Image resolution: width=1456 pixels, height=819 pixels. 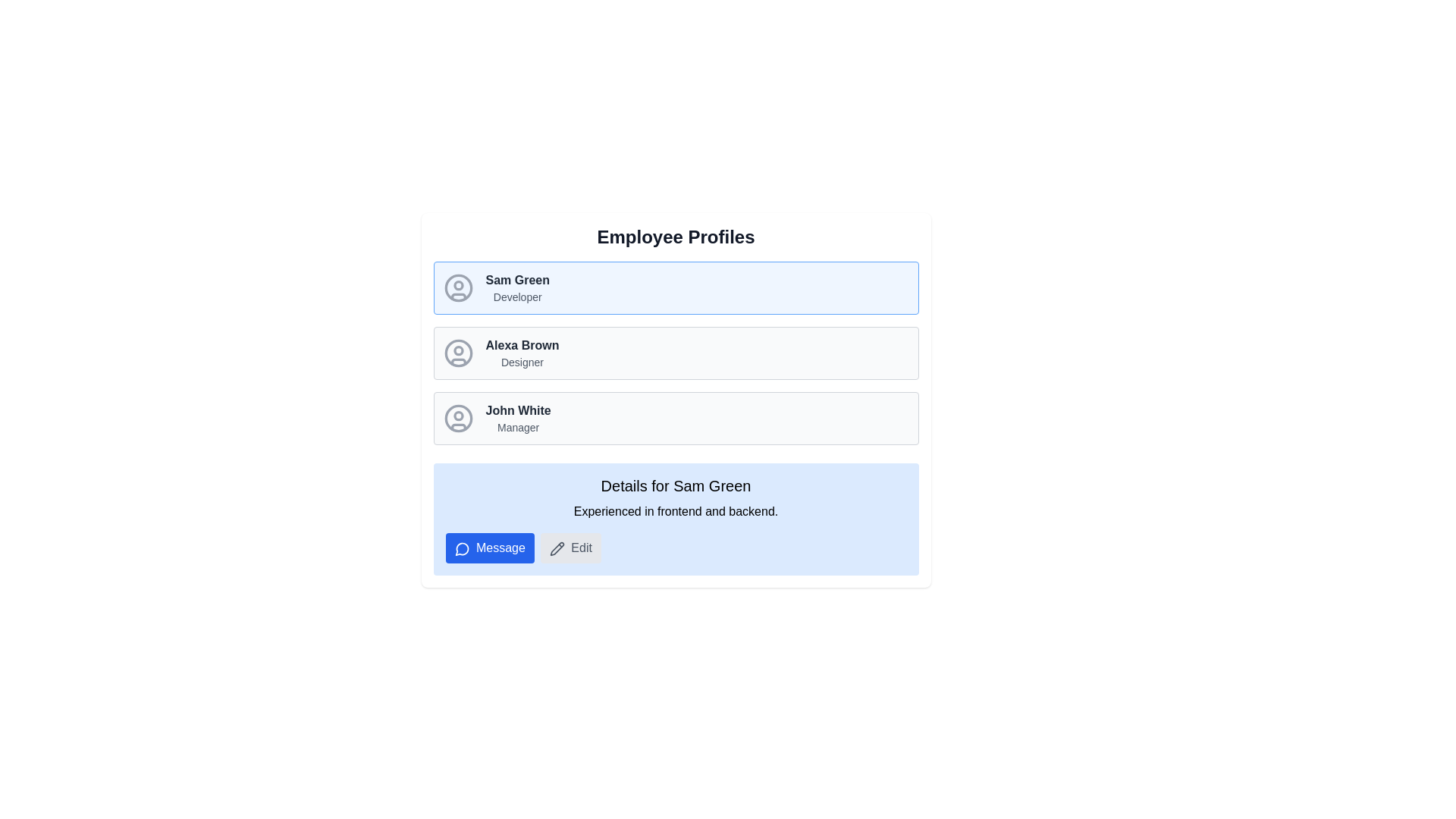 I want to click on the 'Manager' text label located below the name 'John White' in the profile card, so click(x=518, y=427).